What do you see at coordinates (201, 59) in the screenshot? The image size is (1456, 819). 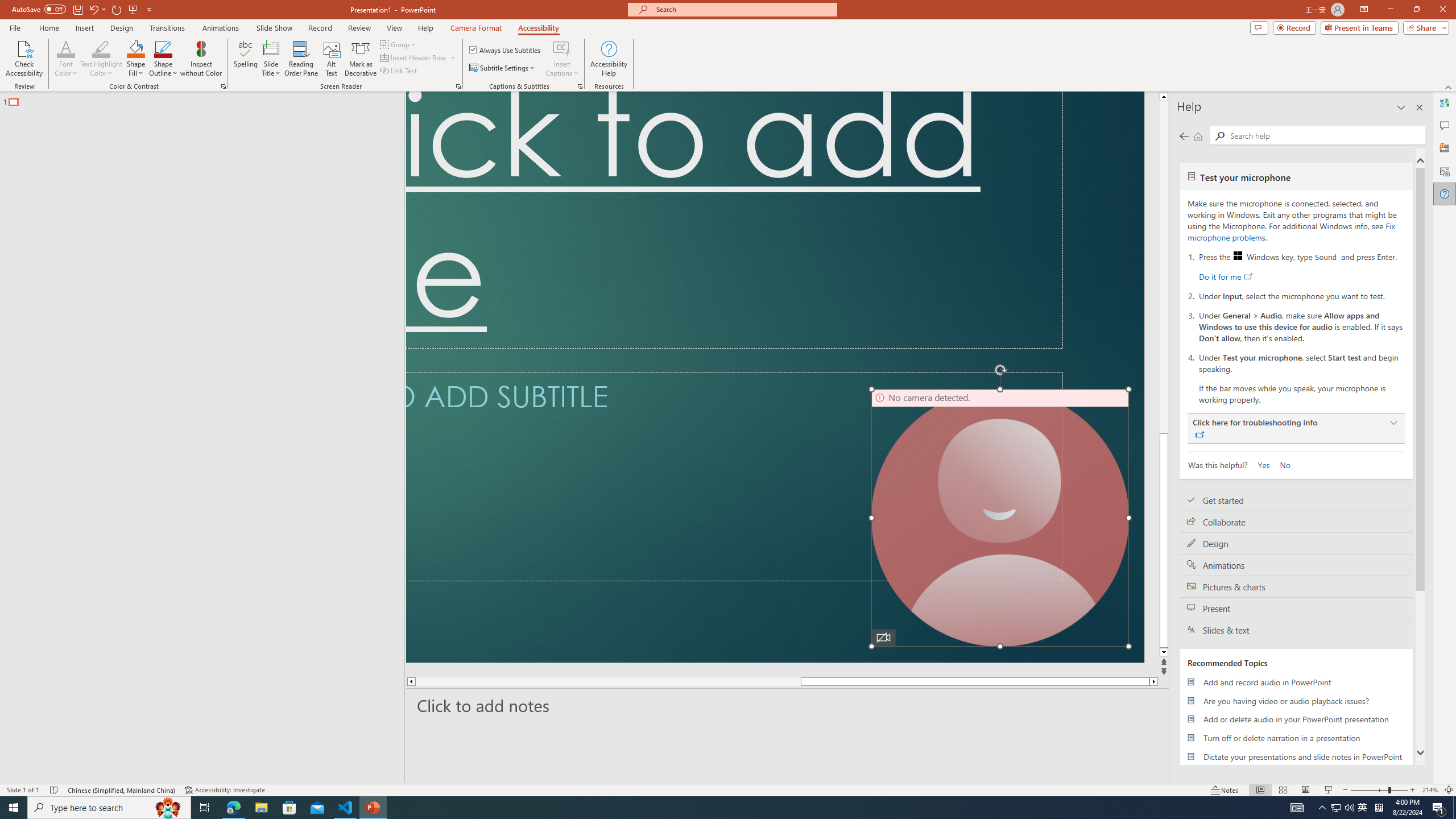 I see `'Inspect without Color'` at bounding box center [201, 59].